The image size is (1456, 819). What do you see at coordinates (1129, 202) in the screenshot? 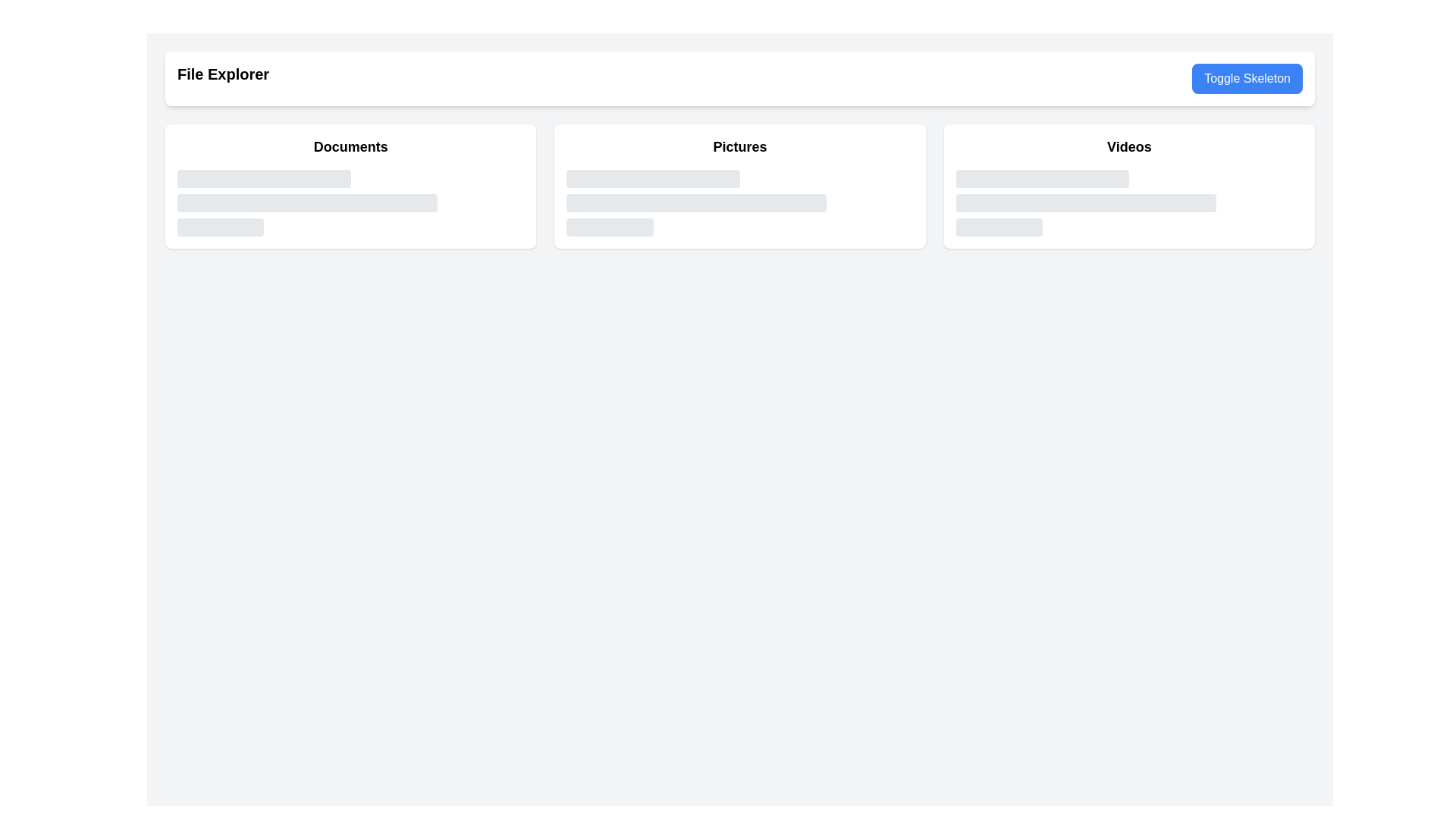
I see `the Skeleton loader bars located in the 'Videos' section, which consists of vertically arranged rectangular shapes with varying widths` at bounding box center [1129, 202].